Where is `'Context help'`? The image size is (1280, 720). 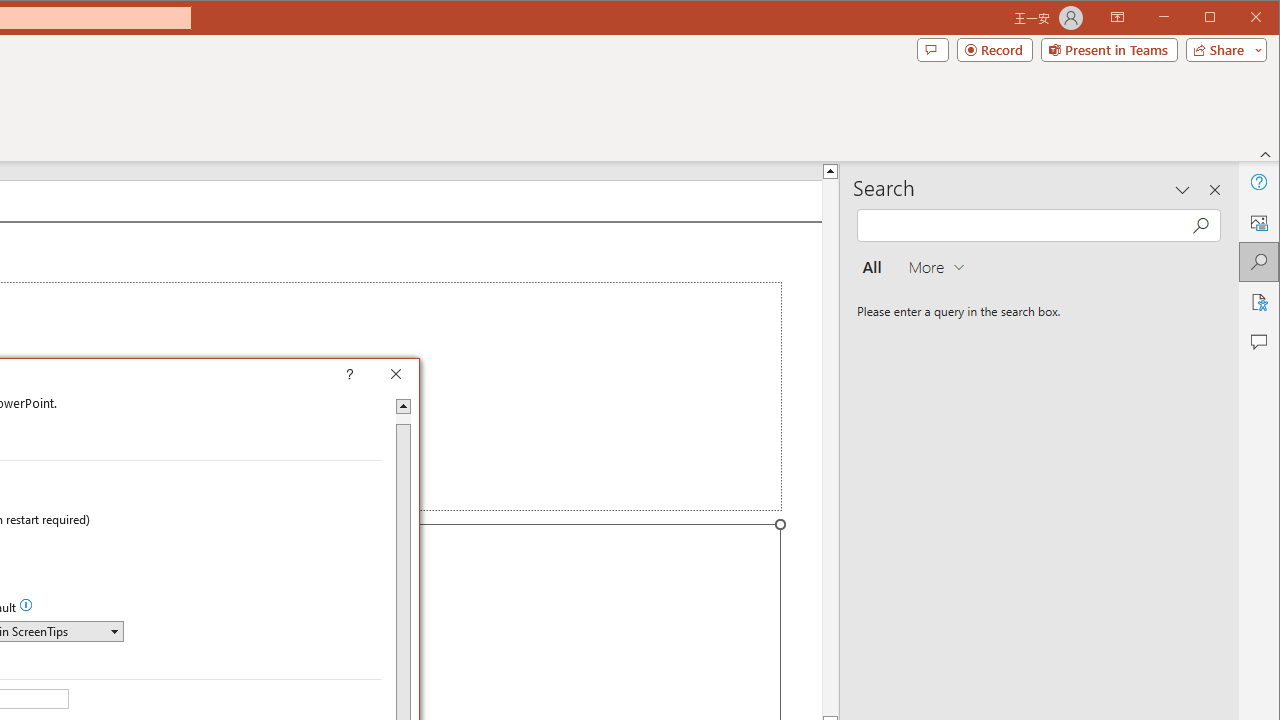 'Context help' is located at coordinates (378, 376).